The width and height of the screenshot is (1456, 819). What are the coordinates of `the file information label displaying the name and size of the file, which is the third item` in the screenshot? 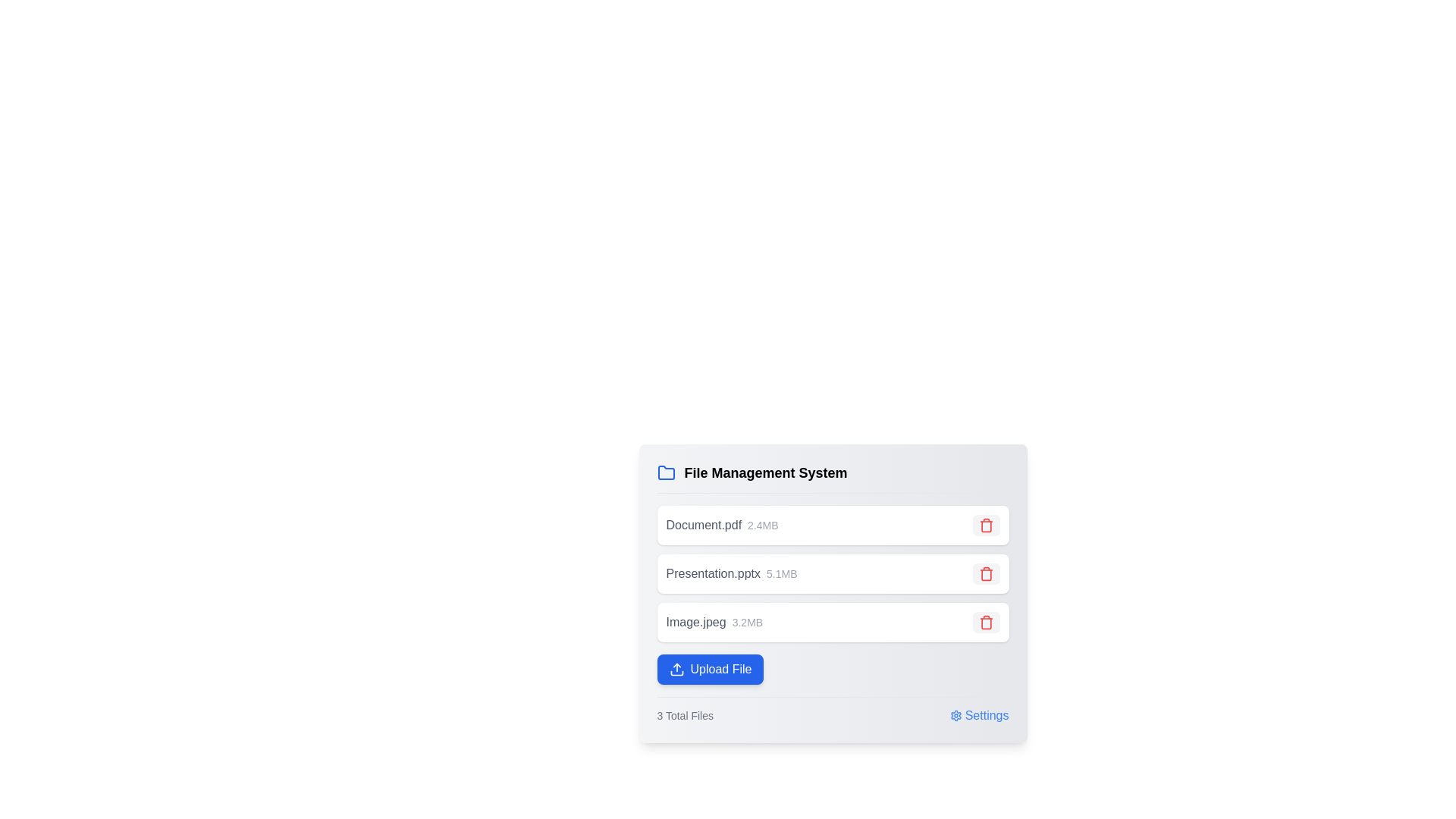 It's located at (713, 623).